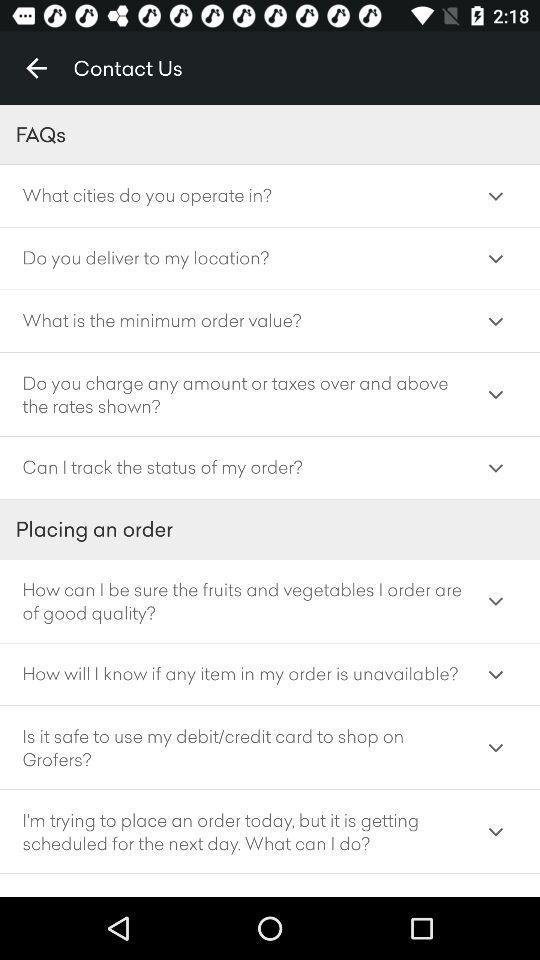  Describe the element at coordinates (36, 68) in the screenshot. I see `icon above the faqs icon` at that location.